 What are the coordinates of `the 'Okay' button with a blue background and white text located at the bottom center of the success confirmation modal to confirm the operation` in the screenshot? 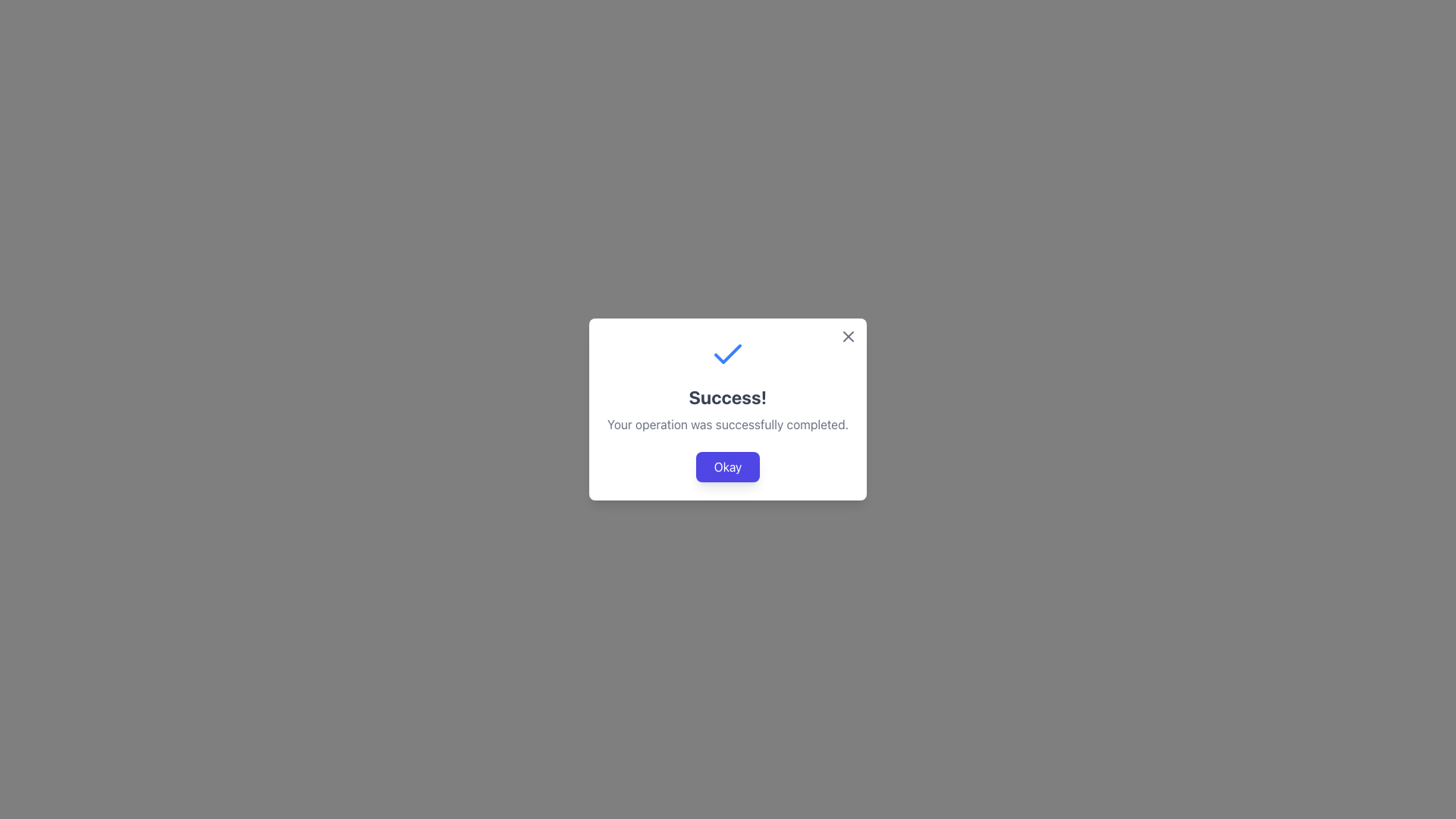 It's located at (728, 466).